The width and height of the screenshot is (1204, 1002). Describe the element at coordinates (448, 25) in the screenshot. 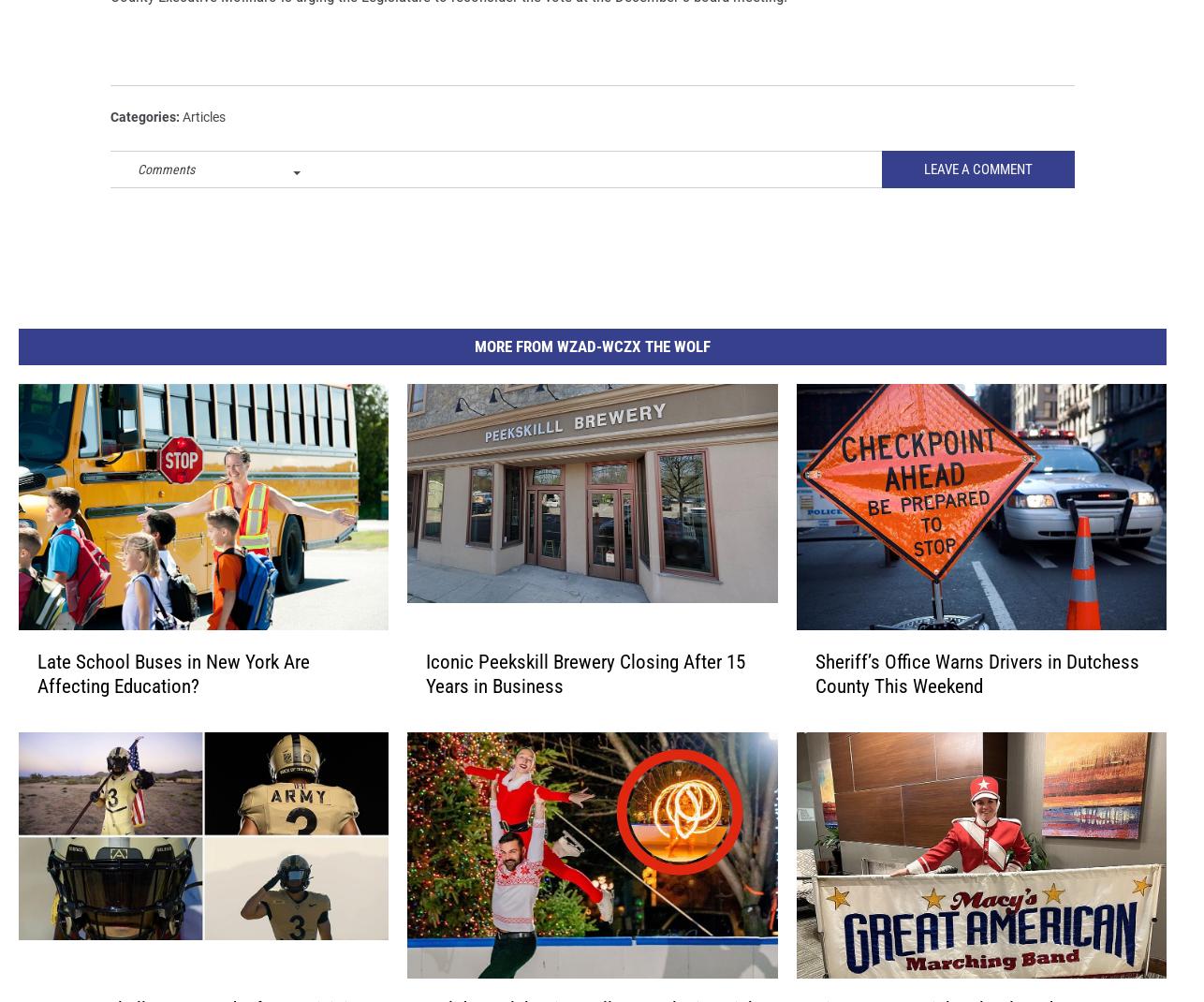

I see `'County Executive Molinaro is urging the Legislature to reconsider the vote at the December 3 board meeting.'` at that location.